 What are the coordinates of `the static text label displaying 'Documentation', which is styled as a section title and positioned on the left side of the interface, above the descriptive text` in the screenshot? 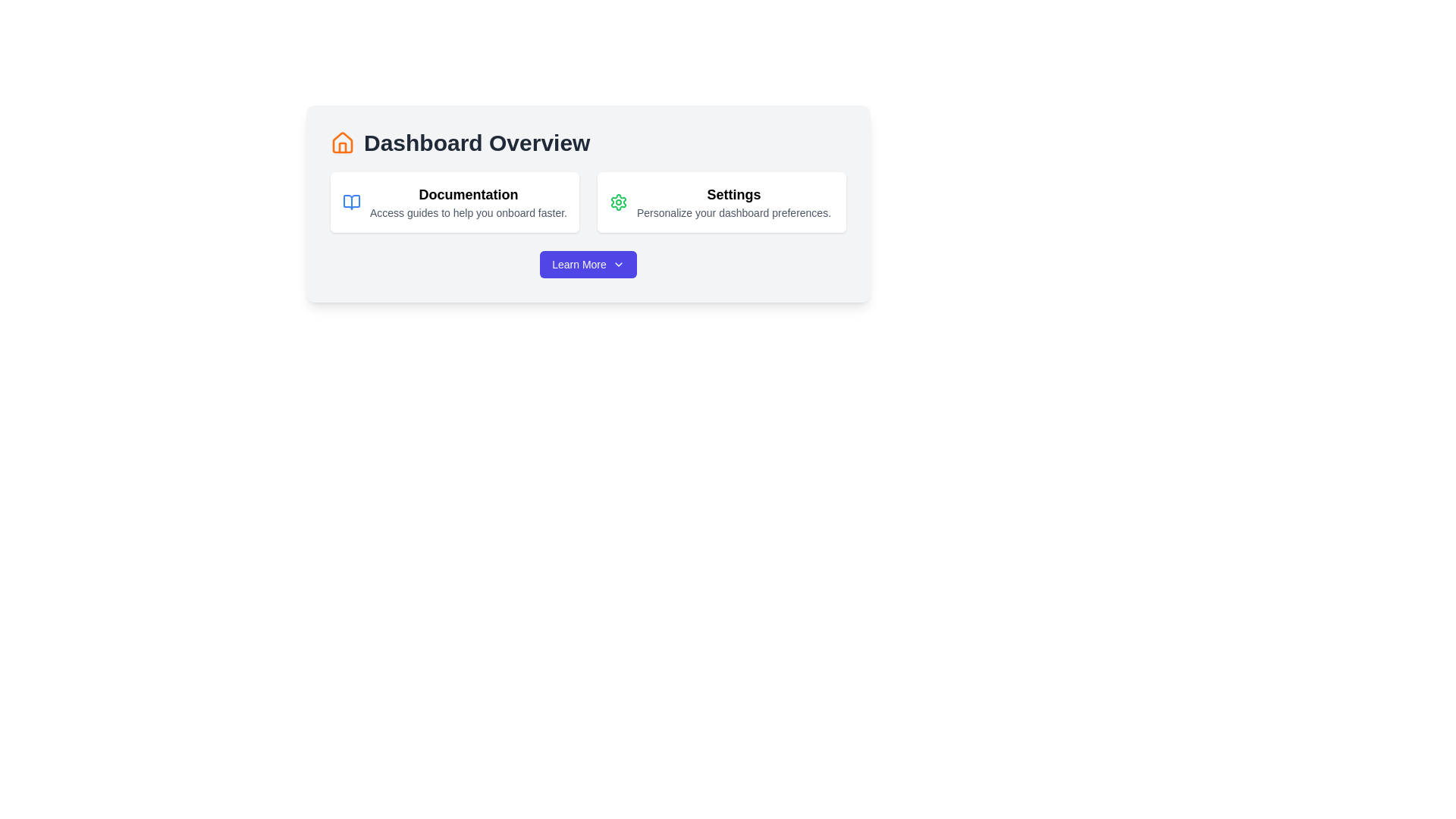 It's located at (468, 194).